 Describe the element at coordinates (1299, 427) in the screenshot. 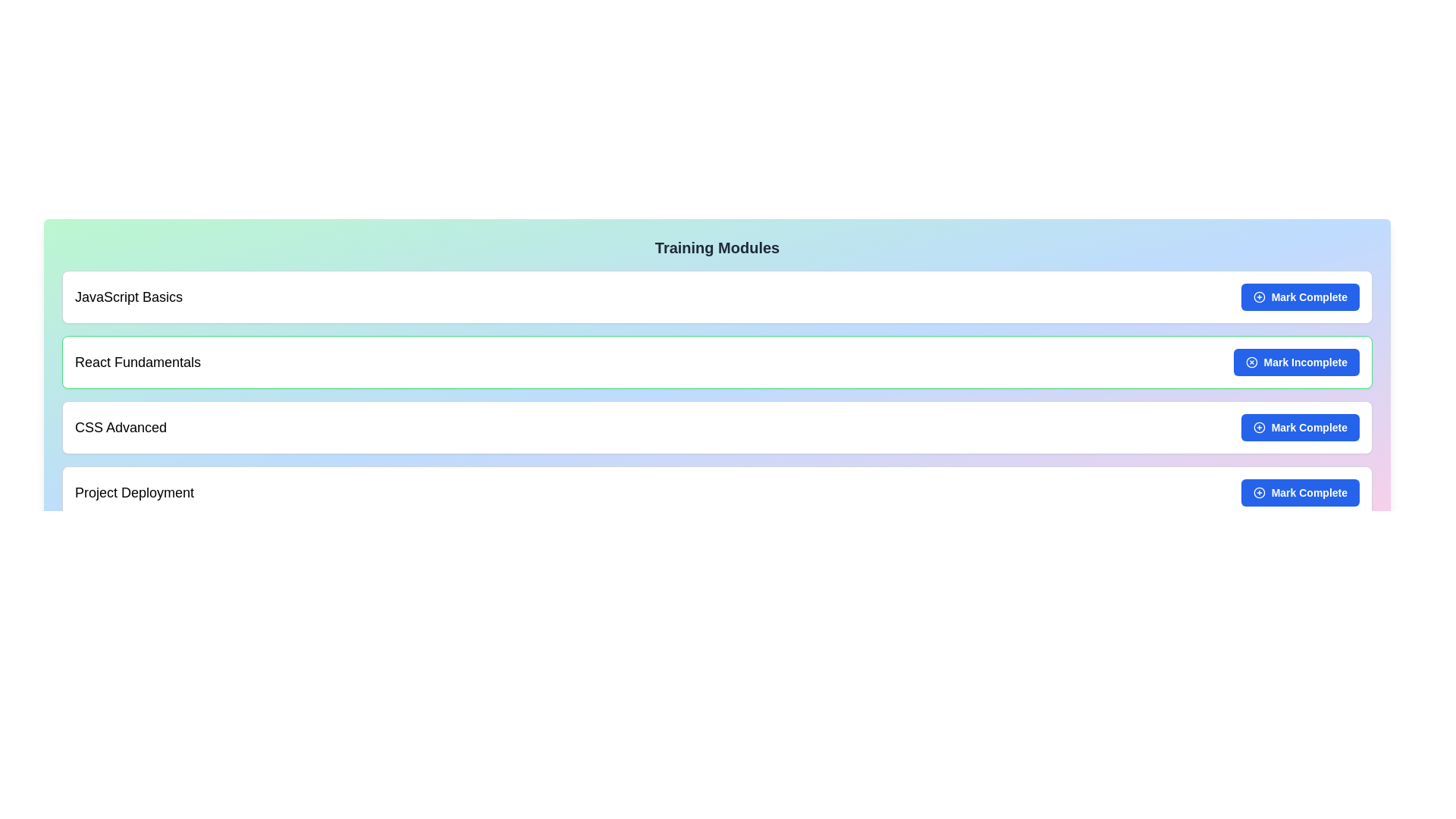

I see `the 'Mark Complete' button with a blue background and white text, located to the right of the 'CSS Advanced' label, to mark the module as complete` at that location.